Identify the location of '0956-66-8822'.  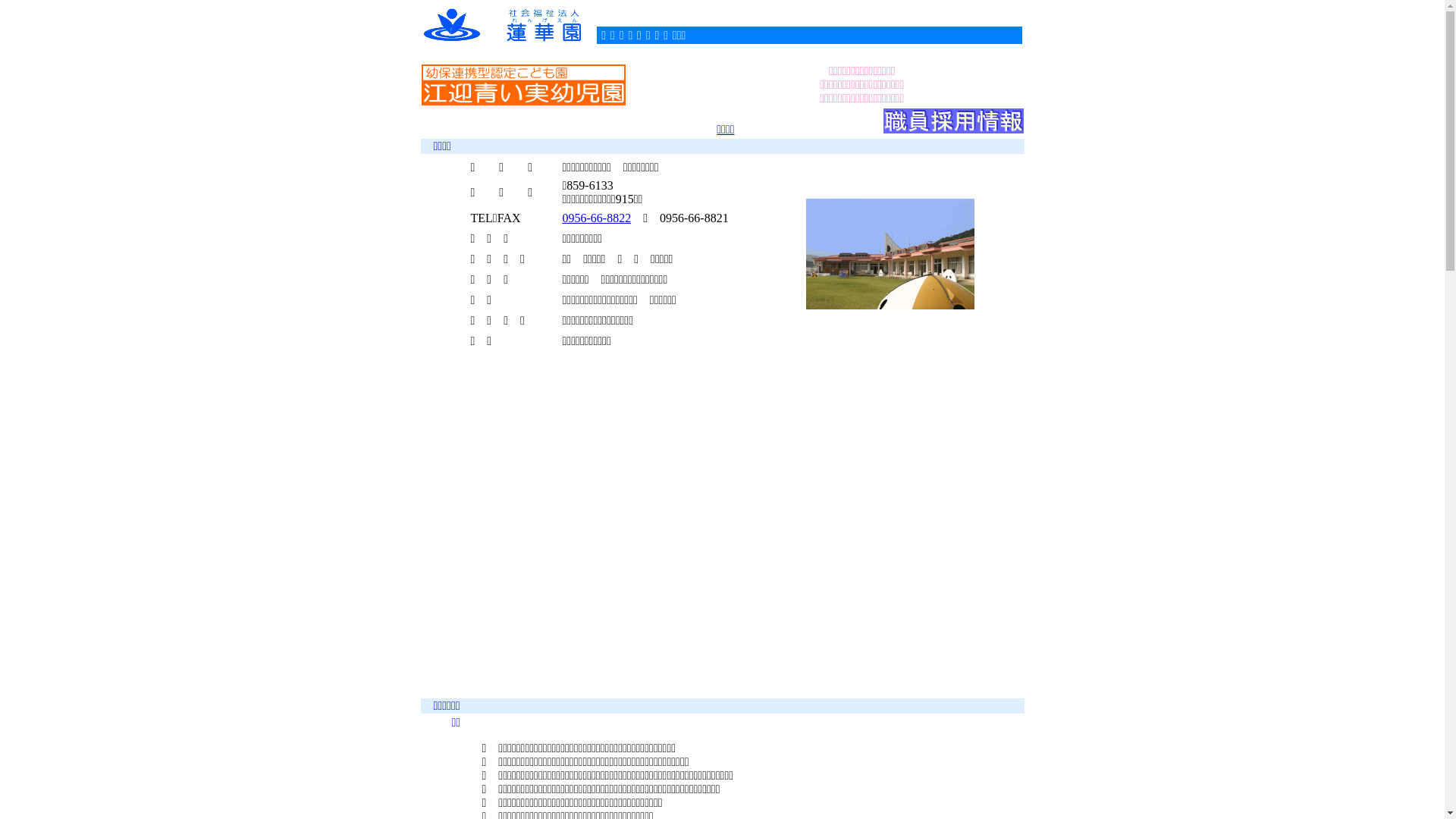
(596, 217).